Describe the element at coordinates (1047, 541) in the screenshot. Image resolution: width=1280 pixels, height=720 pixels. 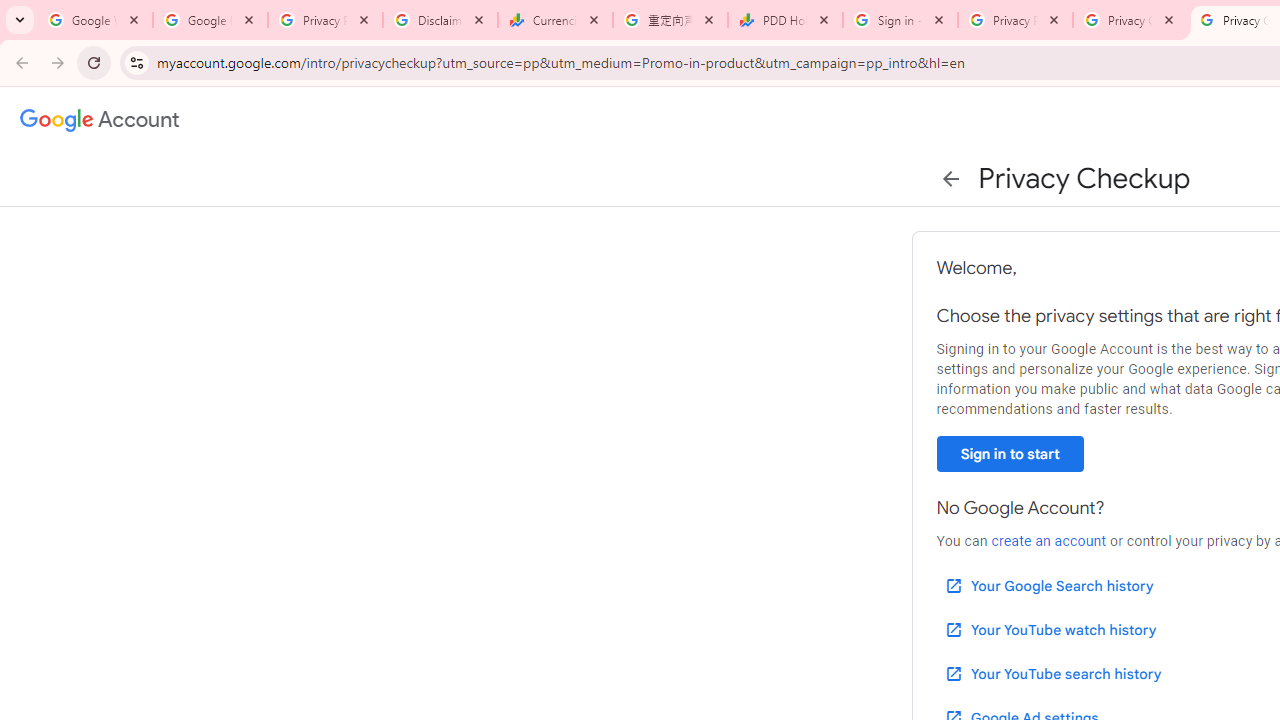
I see `'create an account'` at that location.